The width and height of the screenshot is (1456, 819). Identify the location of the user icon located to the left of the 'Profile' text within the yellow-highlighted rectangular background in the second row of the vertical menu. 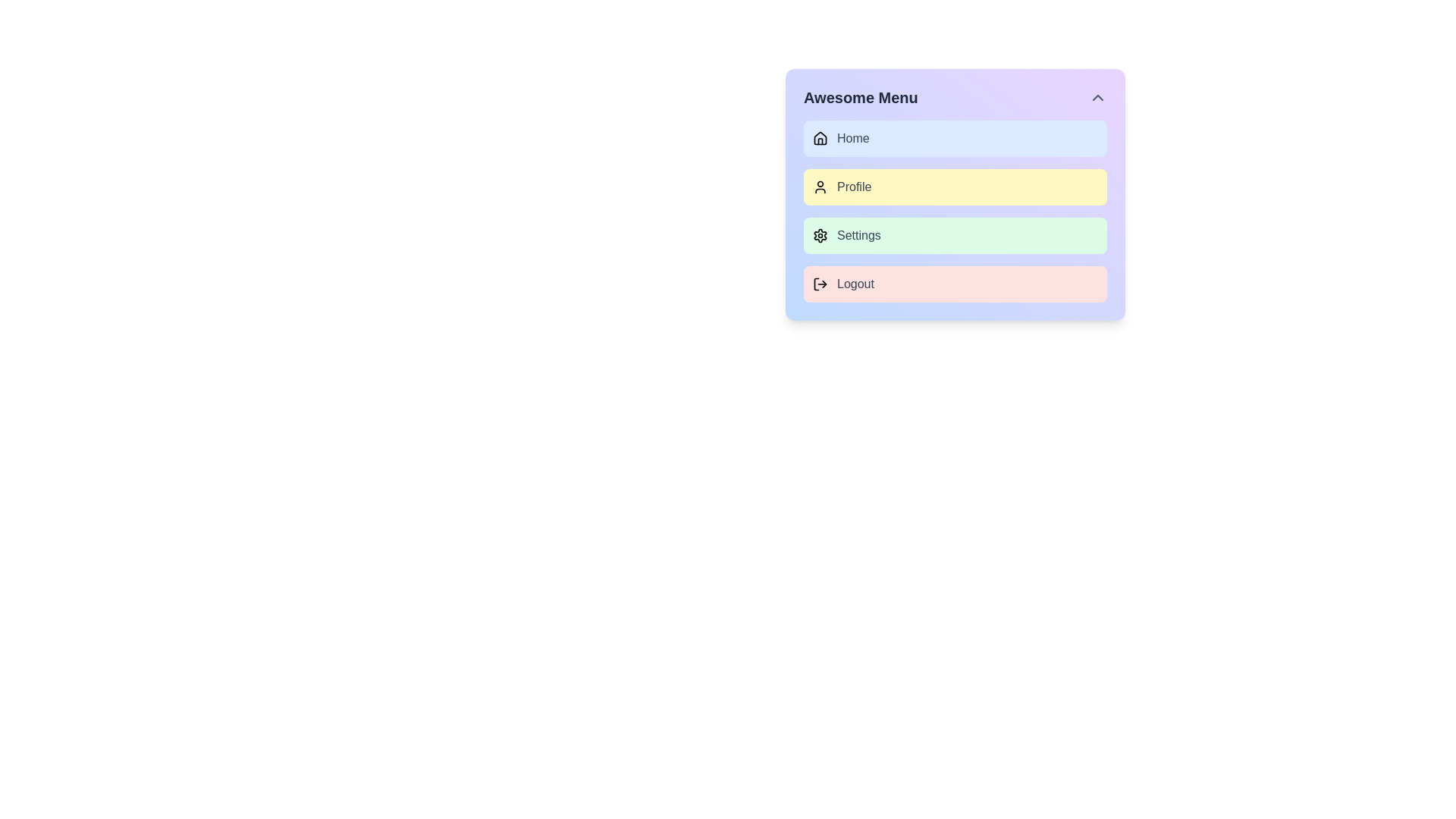
(819, 186).